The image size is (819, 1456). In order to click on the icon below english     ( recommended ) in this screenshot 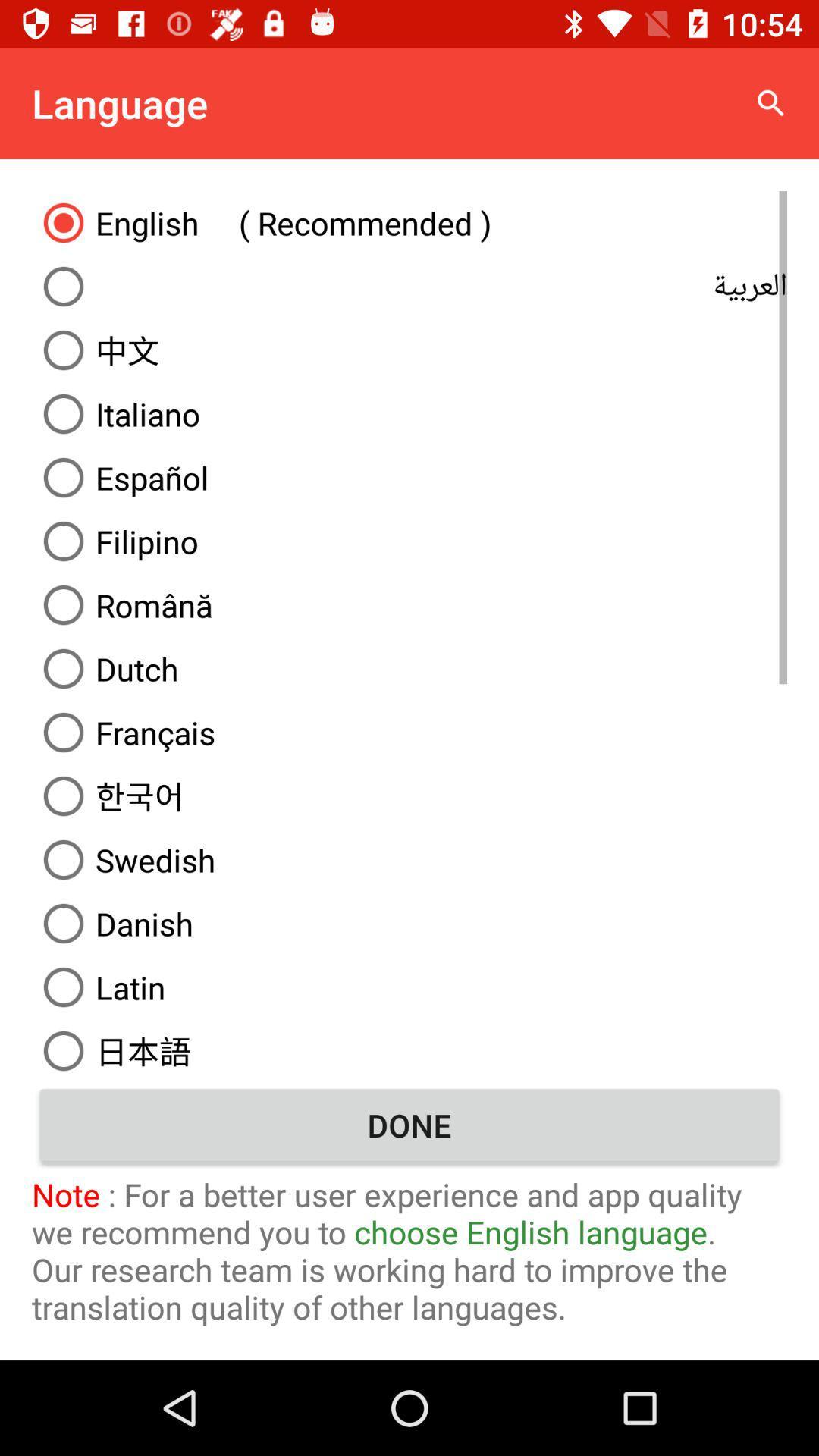, I will do `click(409, 287)`.